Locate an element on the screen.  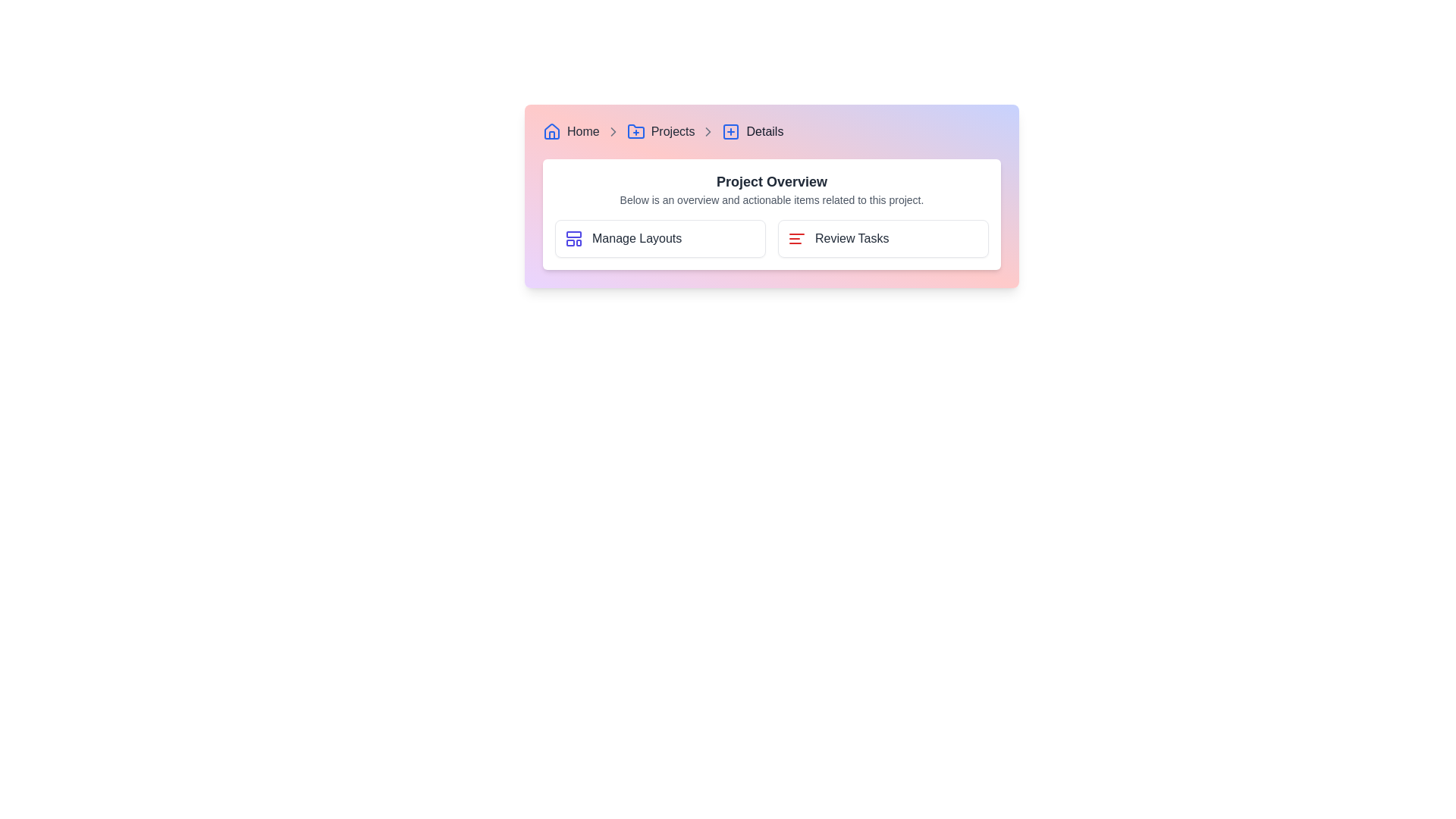
the 'Details' text in the breadcrumb navigation is located at coordinates (771, 130).